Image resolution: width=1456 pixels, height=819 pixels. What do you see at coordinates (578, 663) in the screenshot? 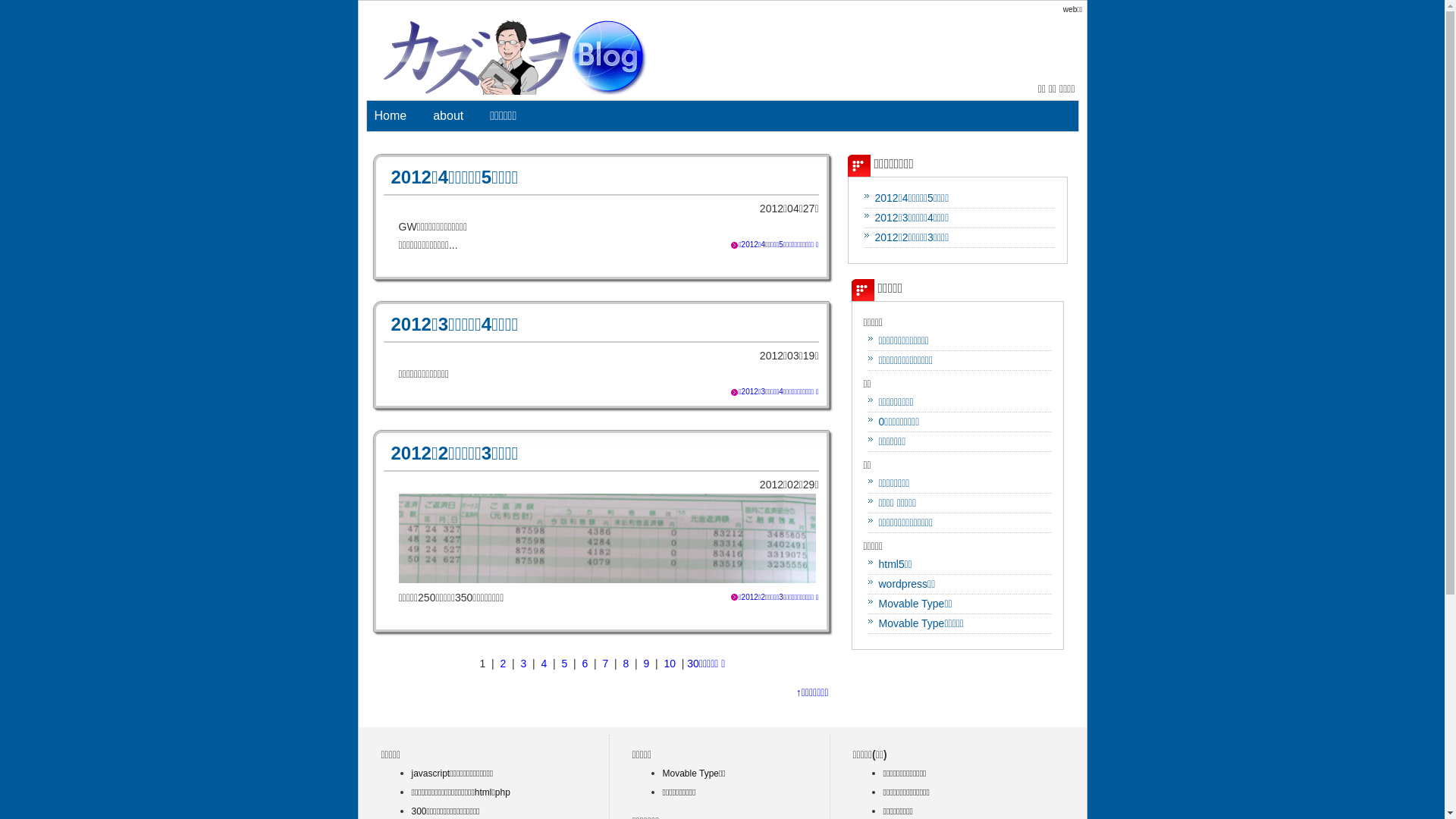
I see `' 6 '` at bounding box center [578, 663].